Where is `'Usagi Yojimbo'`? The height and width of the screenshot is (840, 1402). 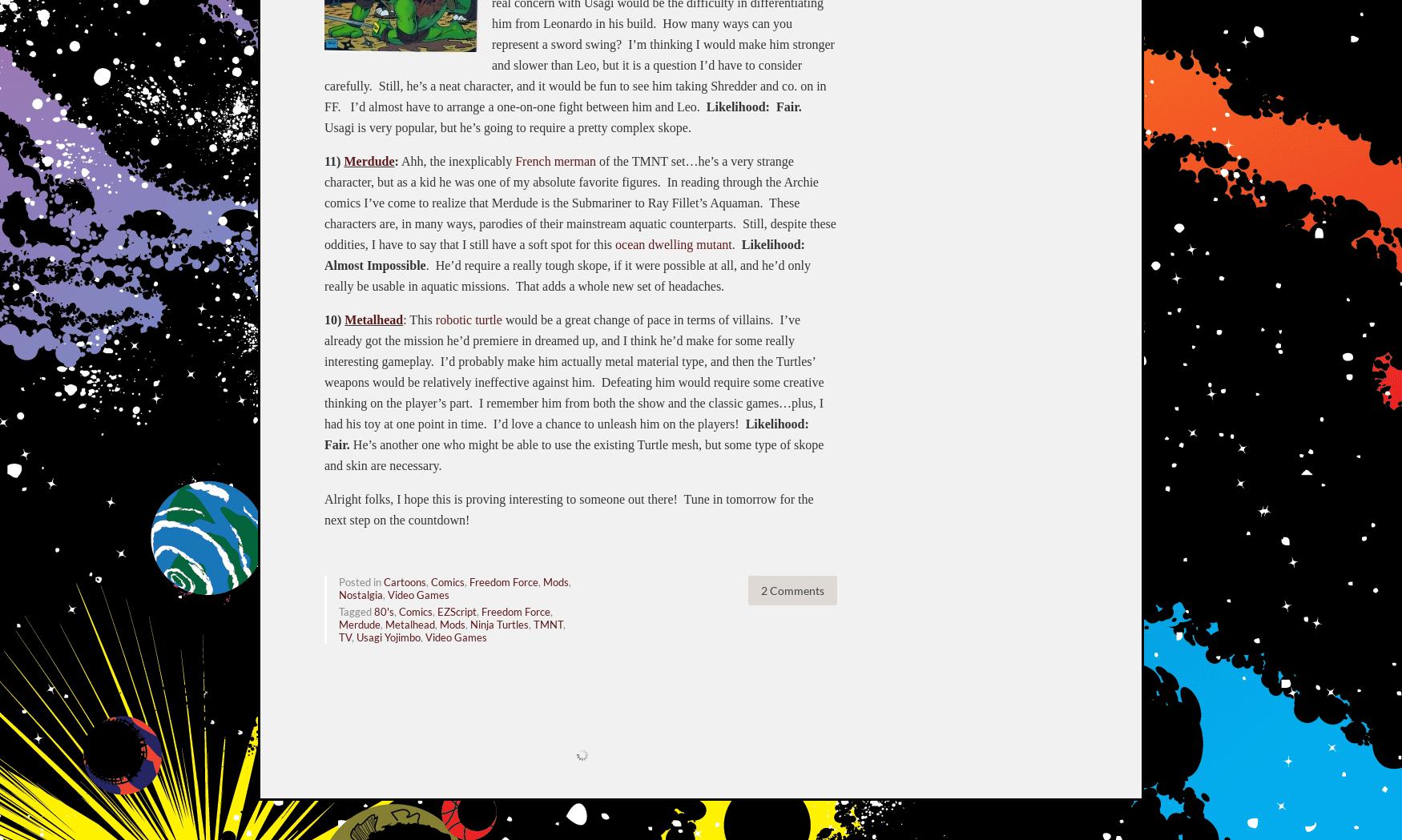
'Usagi Yojimbo' is located at coordinates (388, 637).